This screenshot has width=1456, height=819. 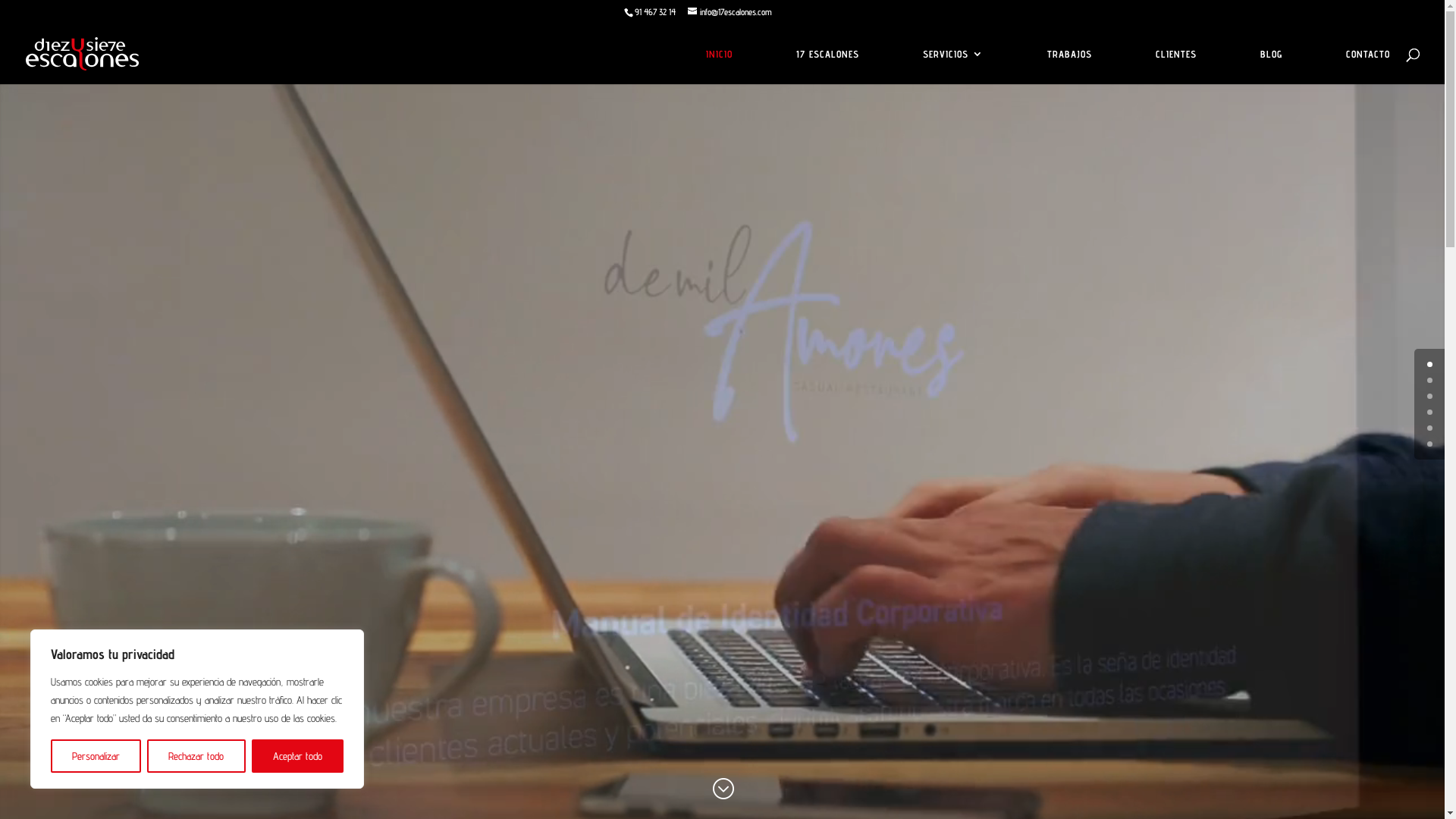 What do you see at coordinates (51, 755) in the screenshot?
I see `'Personalizar'` at bounding box center [51, 755].